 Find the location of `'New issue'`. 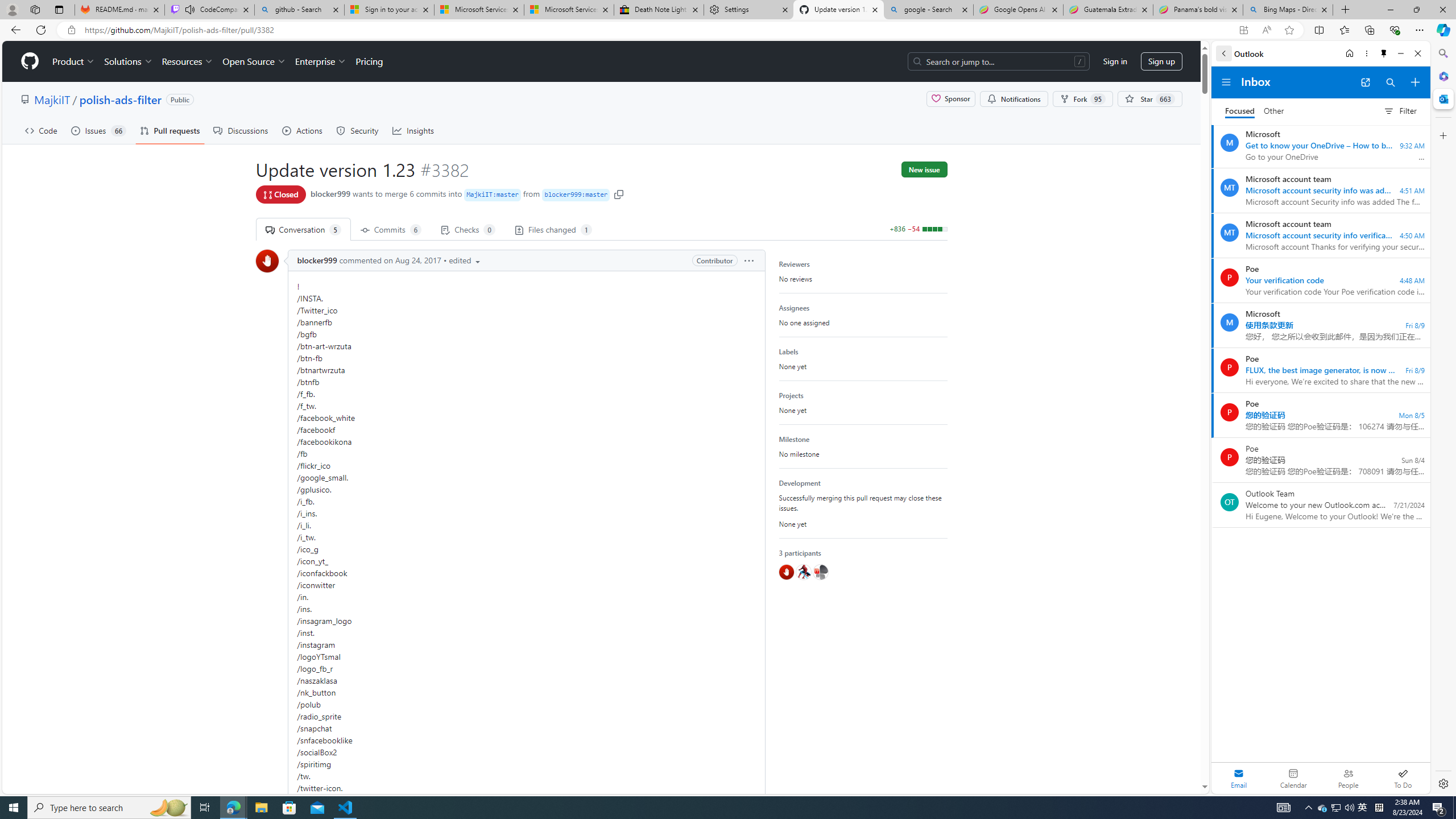

'New issue' is located at coordinates (924, 169).